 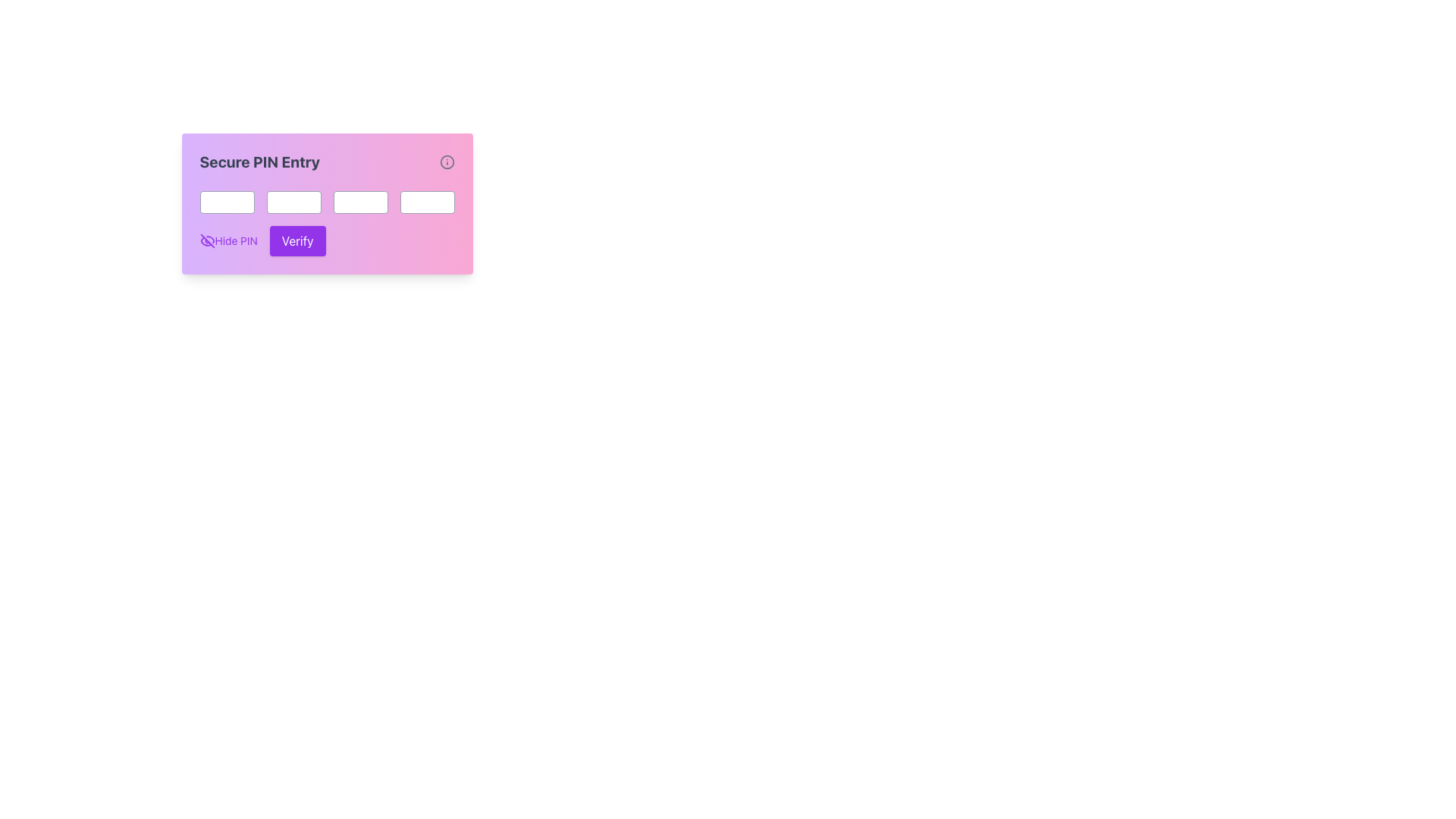 I want to click on the Text Label that serves as a descriptive title for the PIN entry section, which is positioned at the top-middle of the form layout, so click(x=259, y=162).